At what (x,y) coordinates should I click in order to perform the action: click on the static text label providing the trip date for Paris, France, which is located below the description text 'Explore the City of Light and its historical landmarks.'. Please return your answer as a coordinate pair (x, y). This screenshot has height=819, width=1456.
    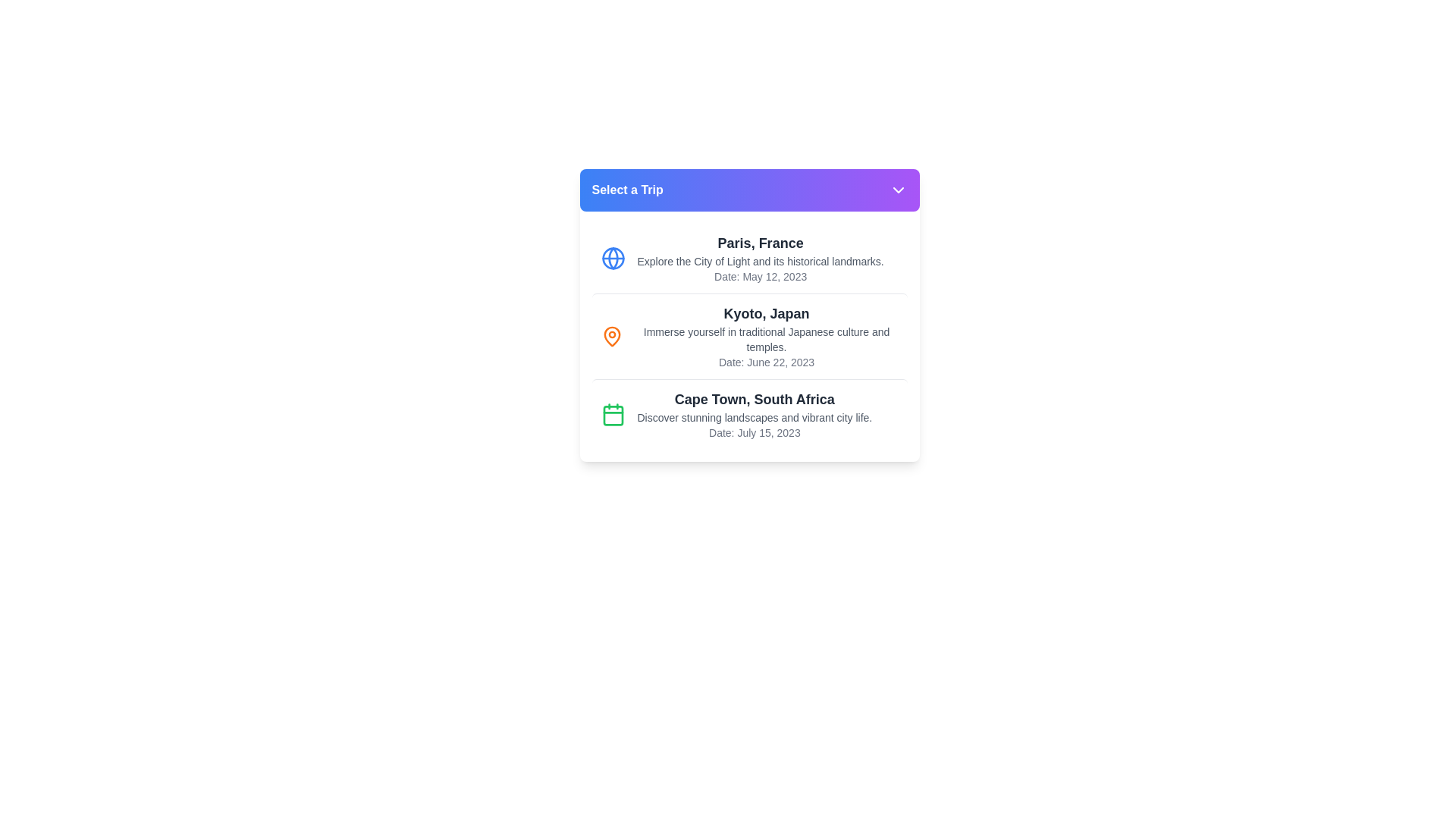
    Looking at the image, I should click on (761, 277).